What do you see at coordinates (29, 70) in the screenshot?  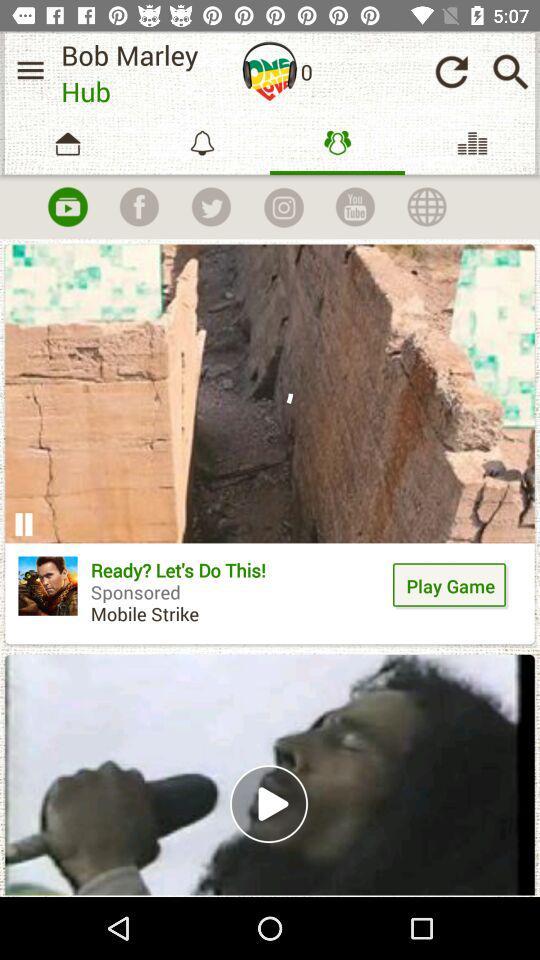 I see `the icon to the left of the bob marley item` at bounding box center [29, 70].